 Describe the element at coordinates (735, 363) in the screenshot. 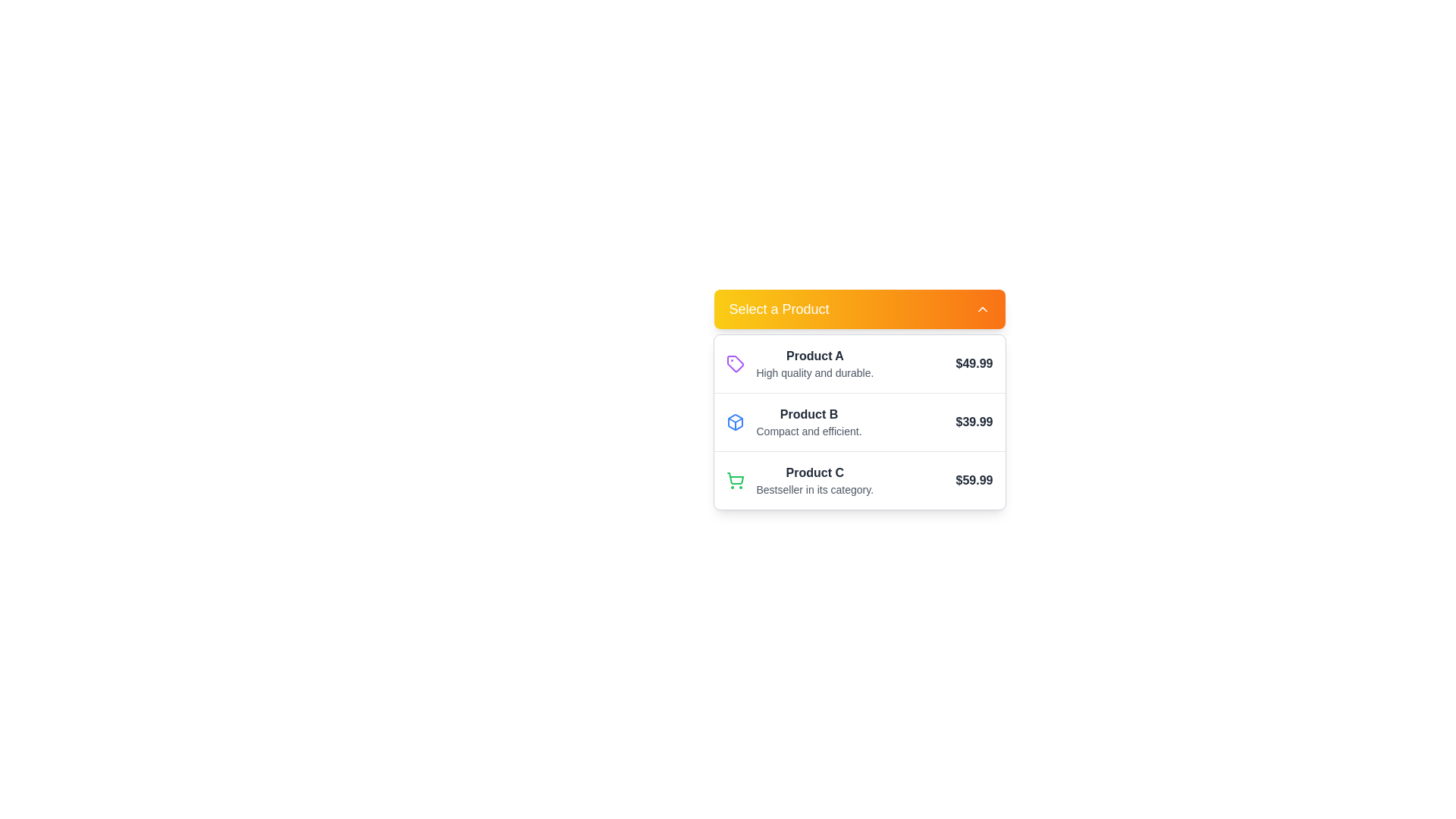

I see `the purple tag icon located to the left of 'Product A' in the product list` at that location.